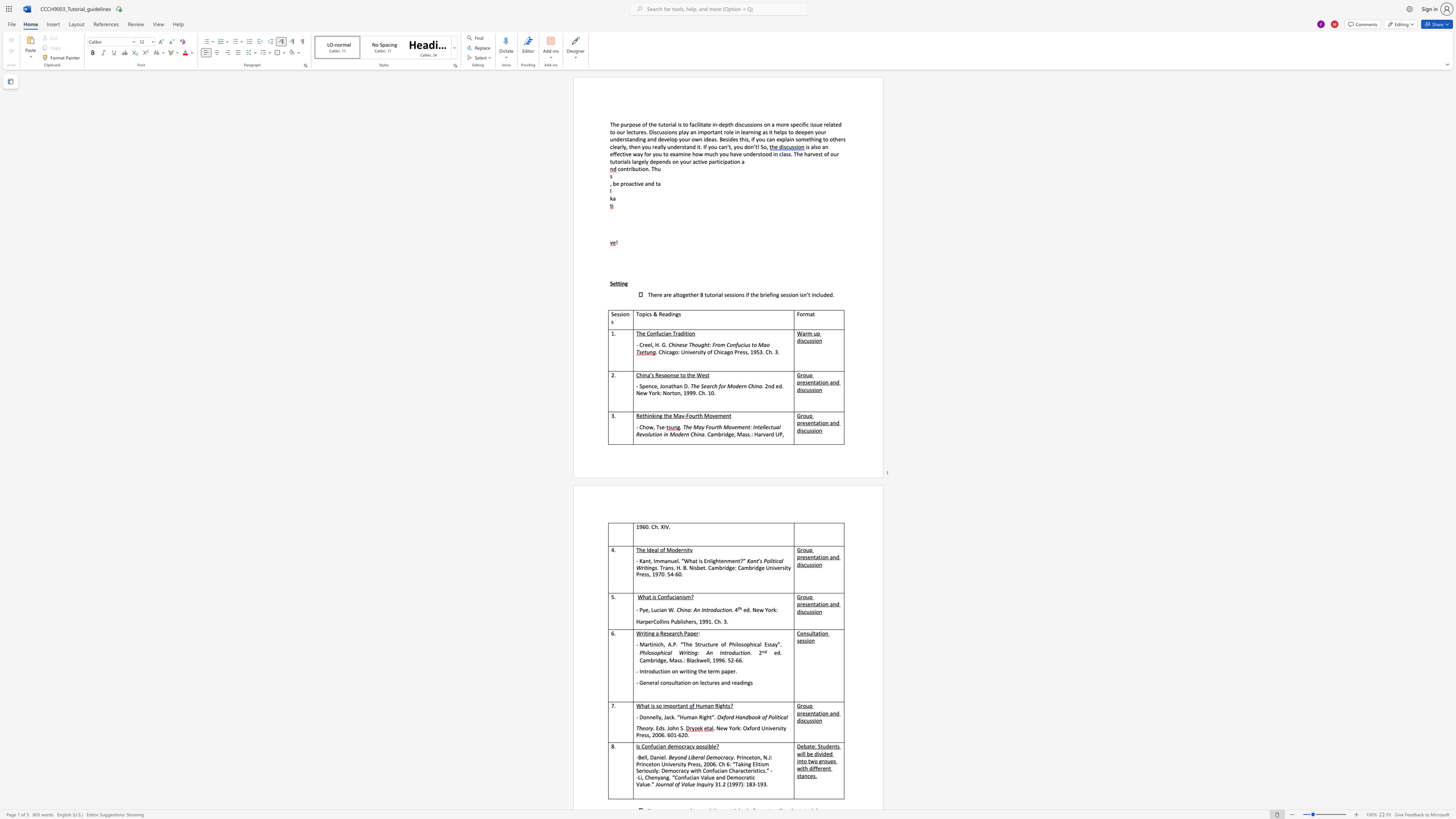 The image size is (1456, 819). I want to click on the subset text "s.” --Li, Chenyang. “" within the text "Seriously: Democracy with Confucian Characteristics.” --Li, Chenyang. “Confucian Value and Democratic Value.”", so click(762, 770).